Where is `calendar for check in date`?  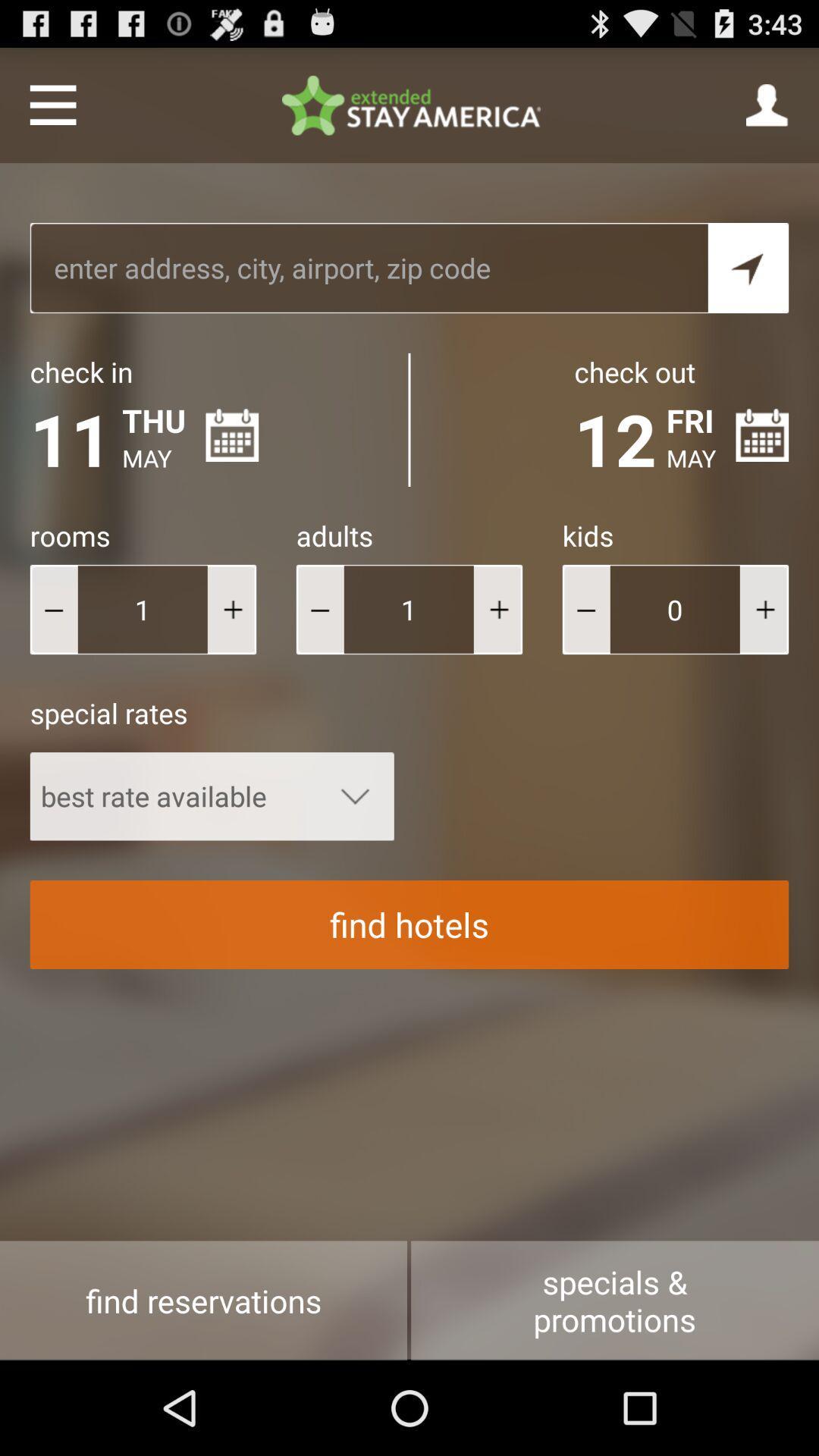 calendar for check in date is located at coordinates (232, 435).